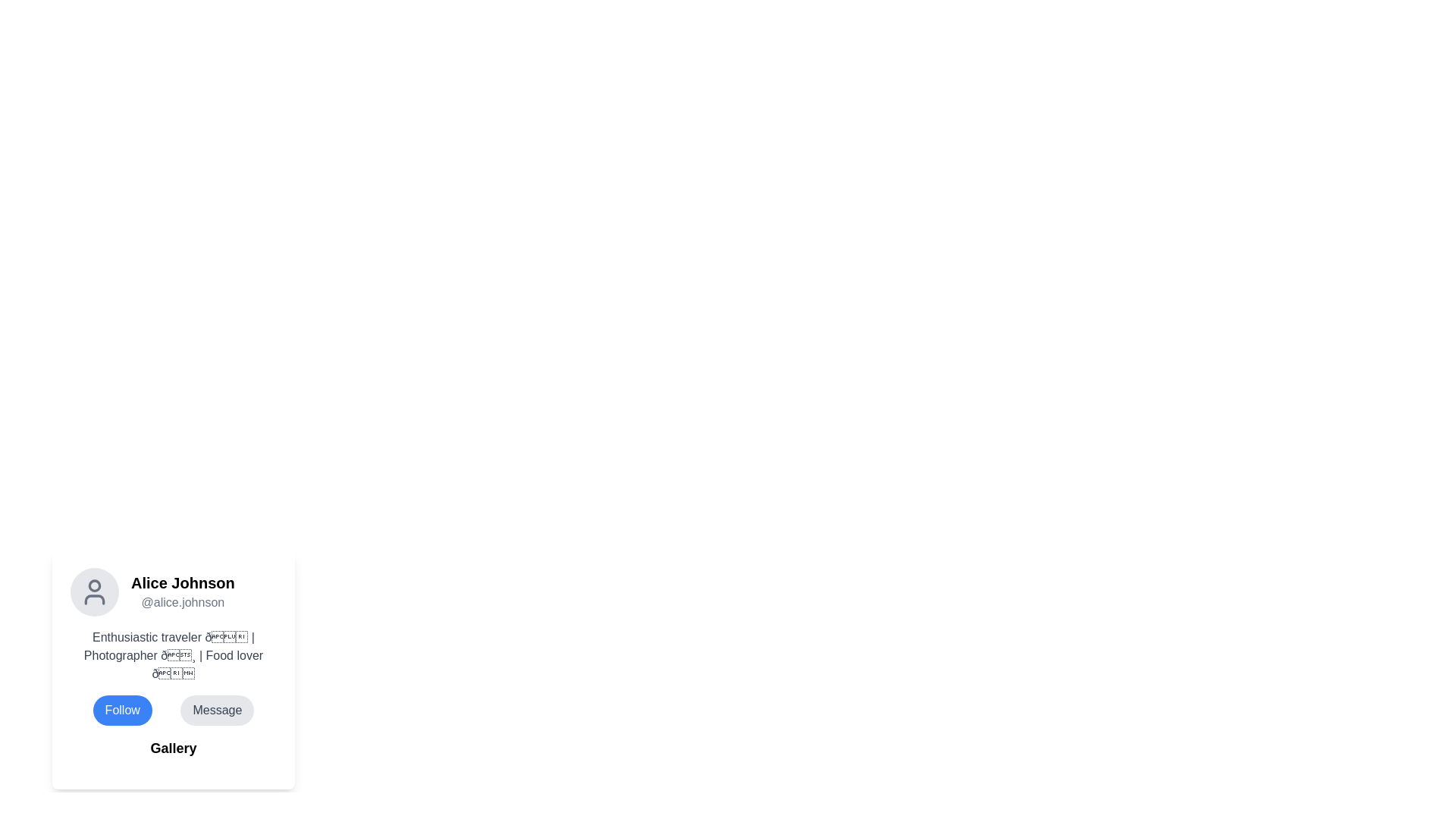 The width and height of the screenshot is (1456, 819). I want to click on the 'Message' button with a light gray background and dark gray text, so click(216, 711).